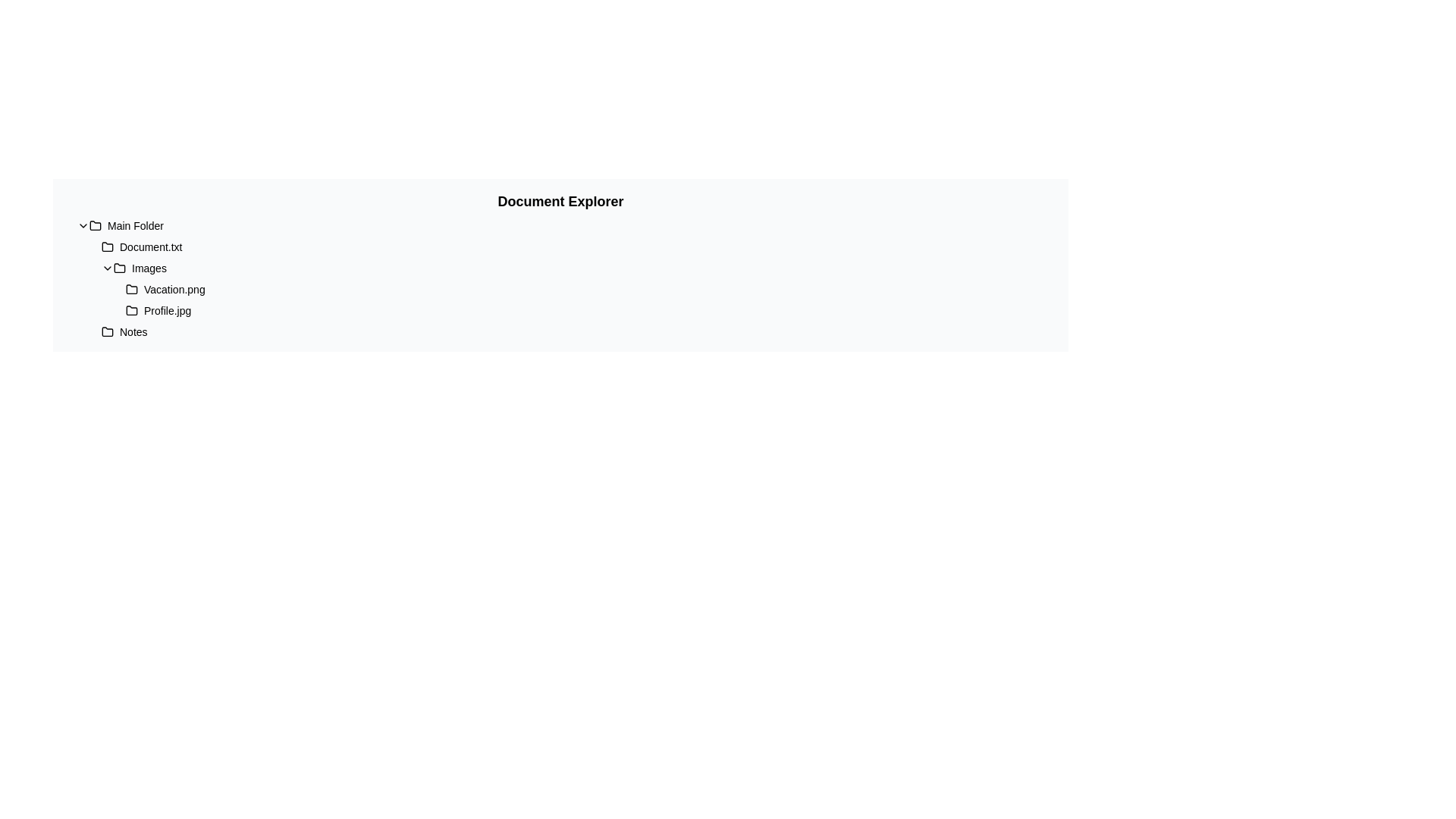  Describe the element at coordinates (119, 267) in the screenshot. I see `the SVG graphic element representing a folder located next to the 'Images' label in the file explorer interface for visual feedback` at that location.